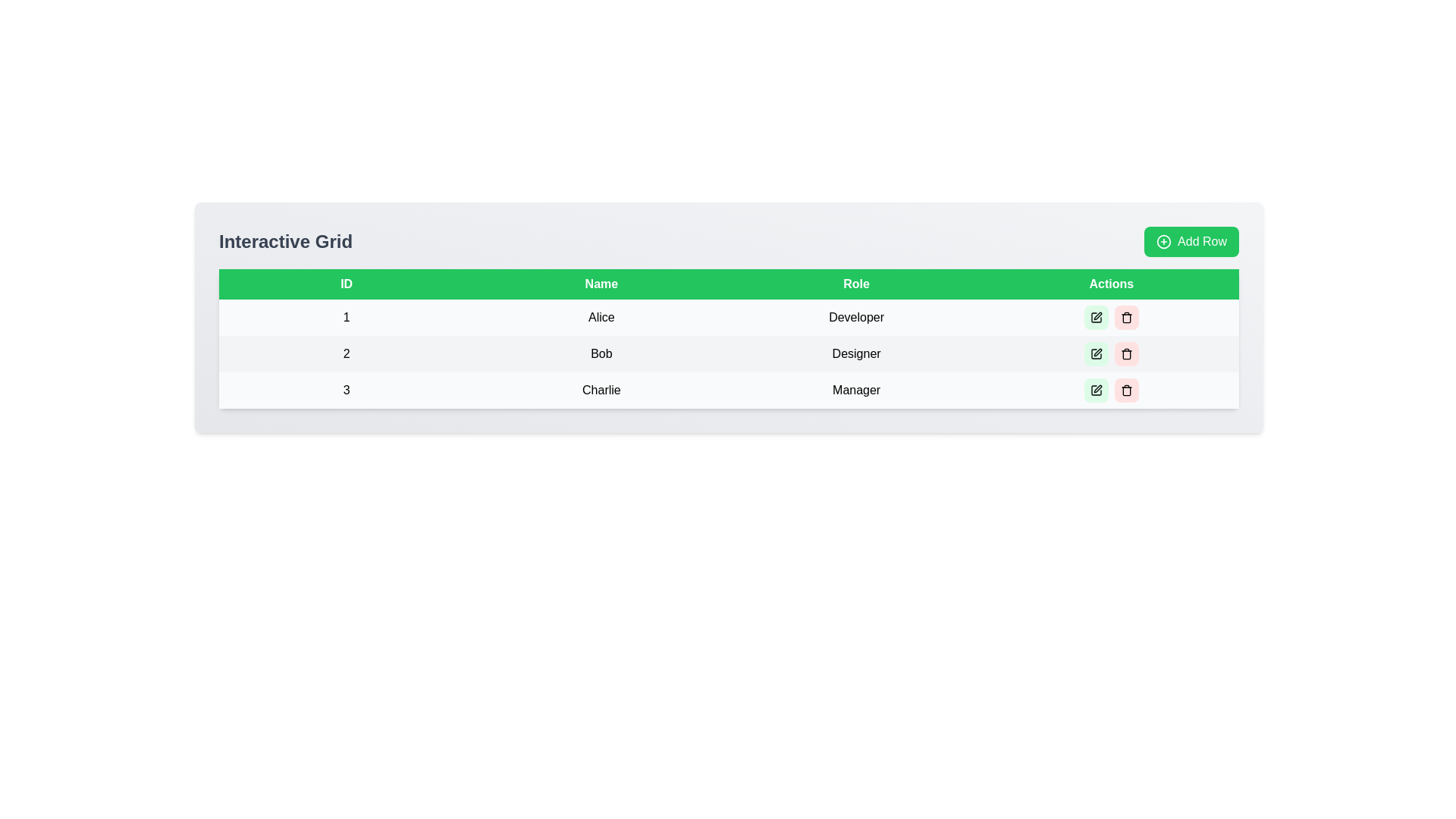  Describe the element at coordinates (346, 284) in the screenshot. I see `text content of the Table Header Cell labeled 'ID', which is a green rectangular cell with white bold text located at the top-left of the table header row` at that location.